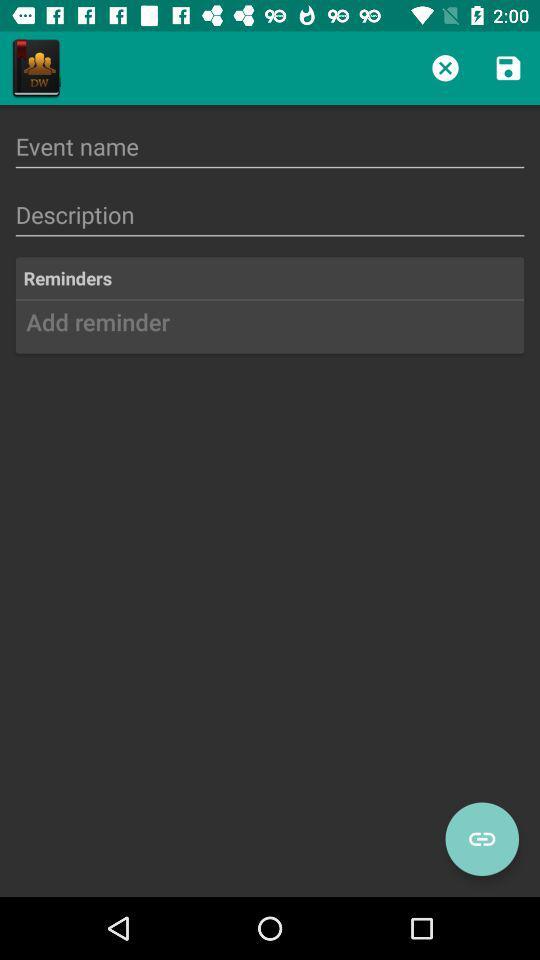 This screenshot has height=960, width=540. What do you see at coordinates (481, 839) in the screenshot?
I see `icon below the add reminder` at bounding box center [481, 839].